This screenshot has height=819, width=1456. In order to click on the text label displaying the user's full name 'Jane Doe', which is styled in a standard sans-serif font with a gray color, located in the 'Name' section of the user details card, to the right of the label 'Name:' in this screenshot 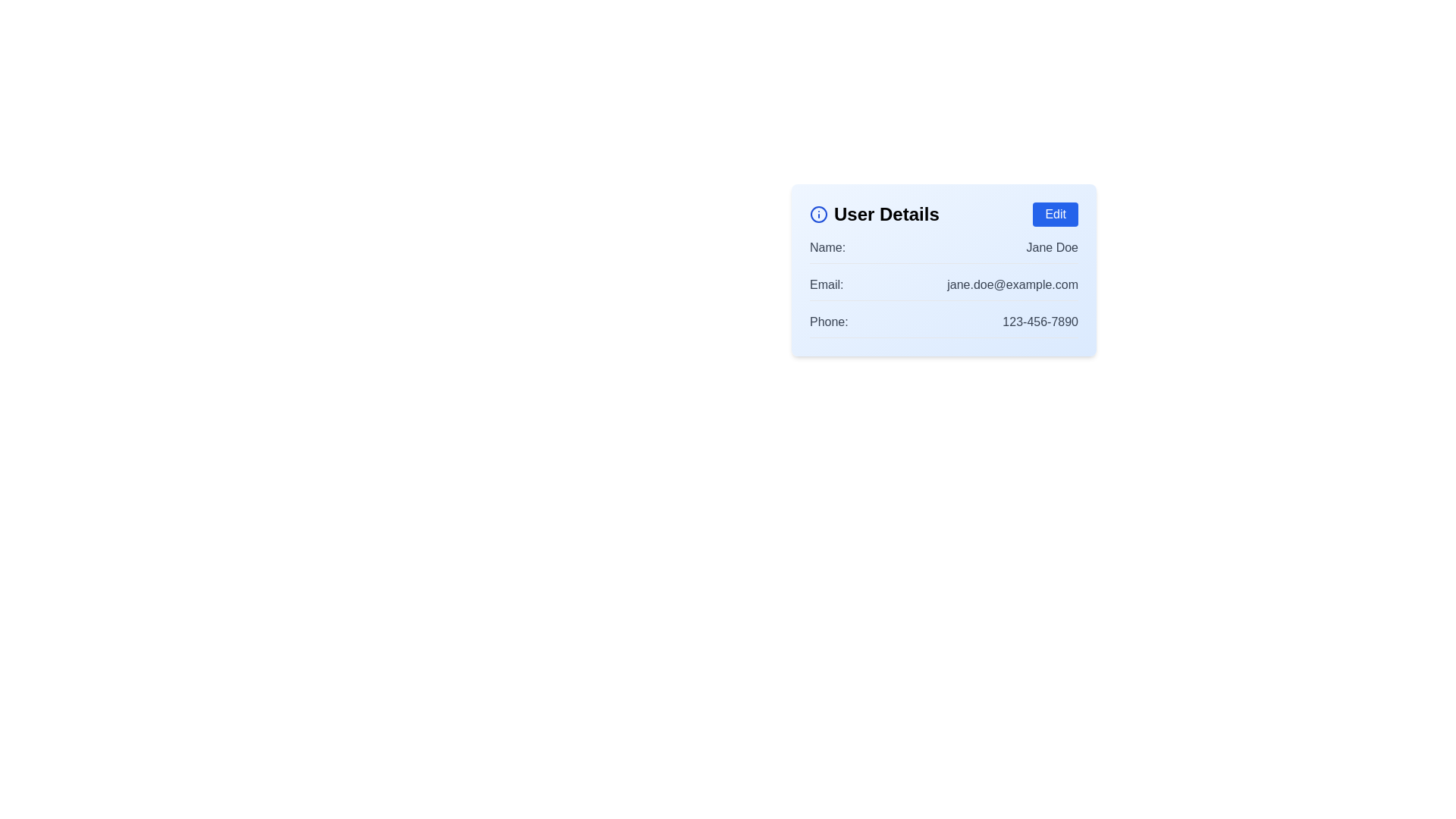, I will do `click(1051, 247)`.